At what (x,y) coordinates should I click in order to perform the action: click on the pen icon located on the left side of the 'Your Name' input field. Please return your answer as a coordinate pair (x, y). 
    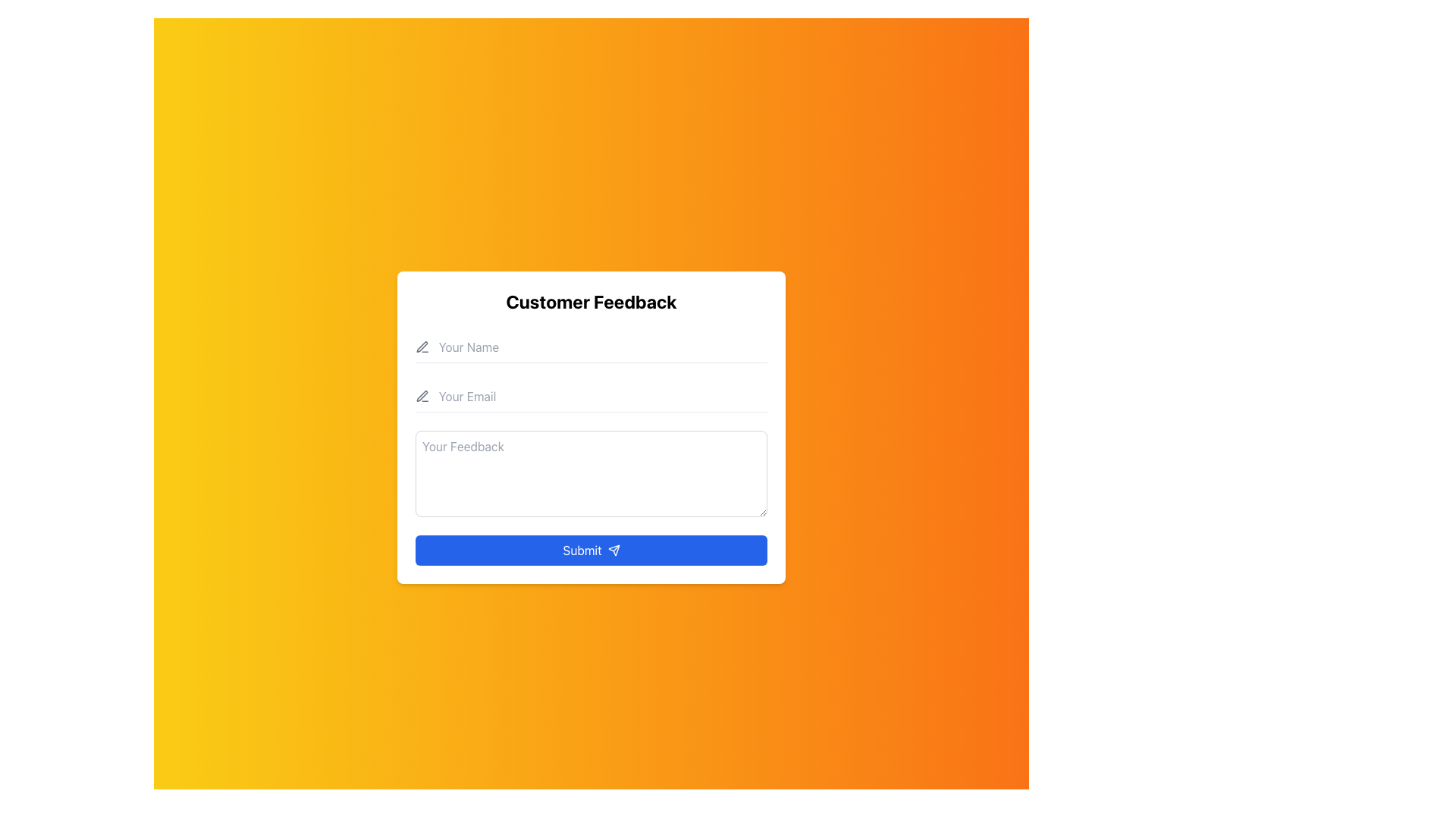
    Looking at the image, I should click on (422, 347).